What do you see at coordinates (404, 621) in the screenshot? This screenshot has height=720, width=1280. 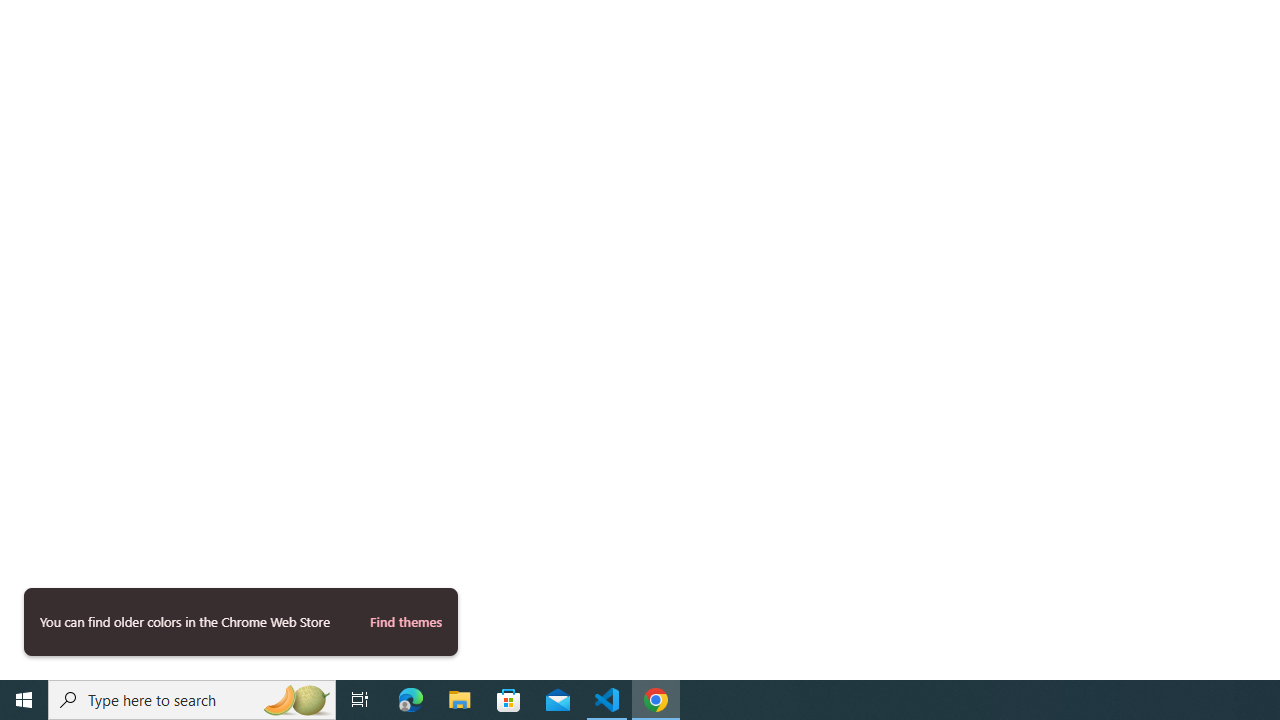 I see `'Find themes'` at bounding box center [404, 621].